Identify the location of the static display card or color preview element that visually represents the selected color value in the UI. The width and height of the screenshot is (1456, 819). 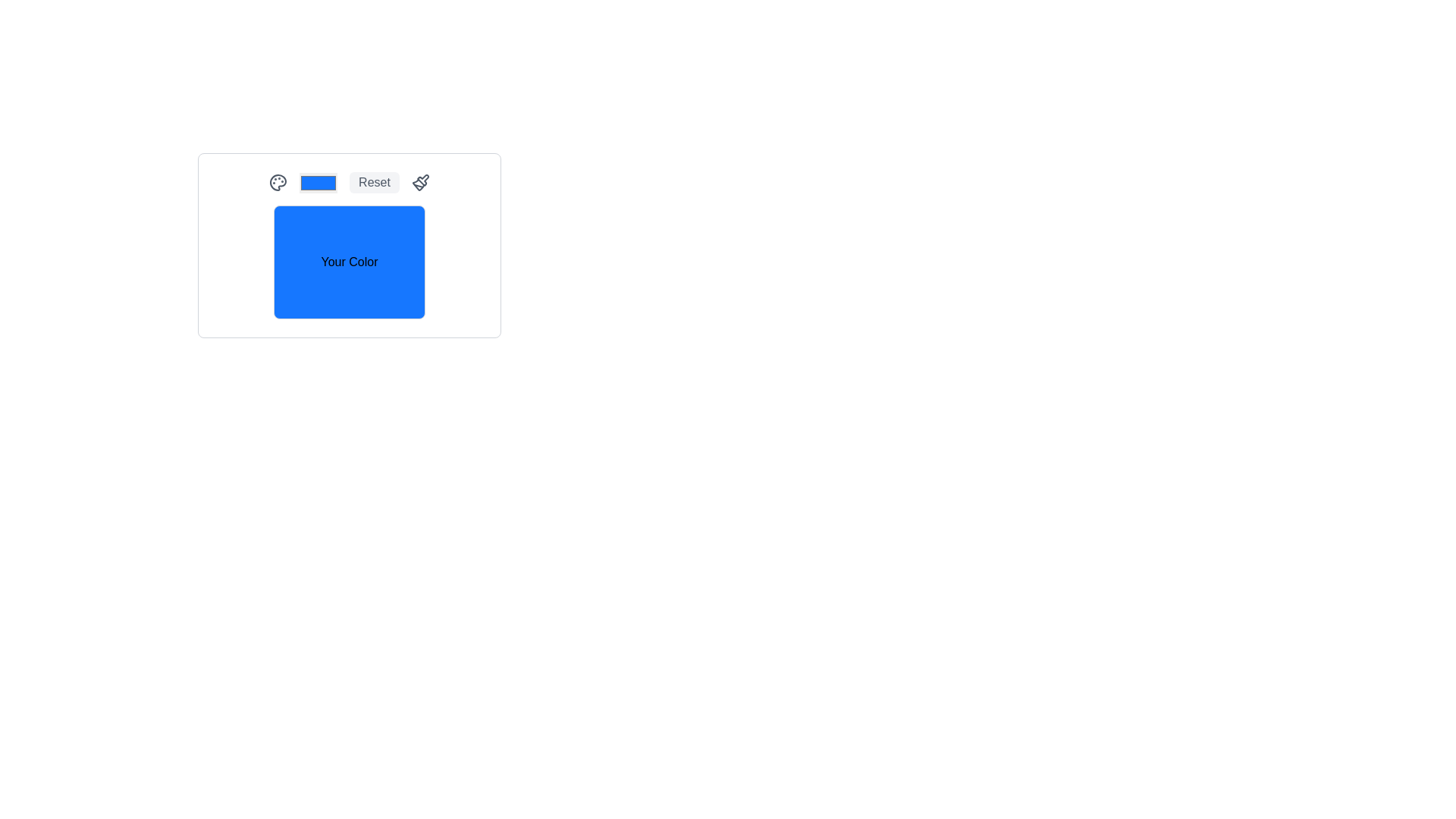
(348, 245).